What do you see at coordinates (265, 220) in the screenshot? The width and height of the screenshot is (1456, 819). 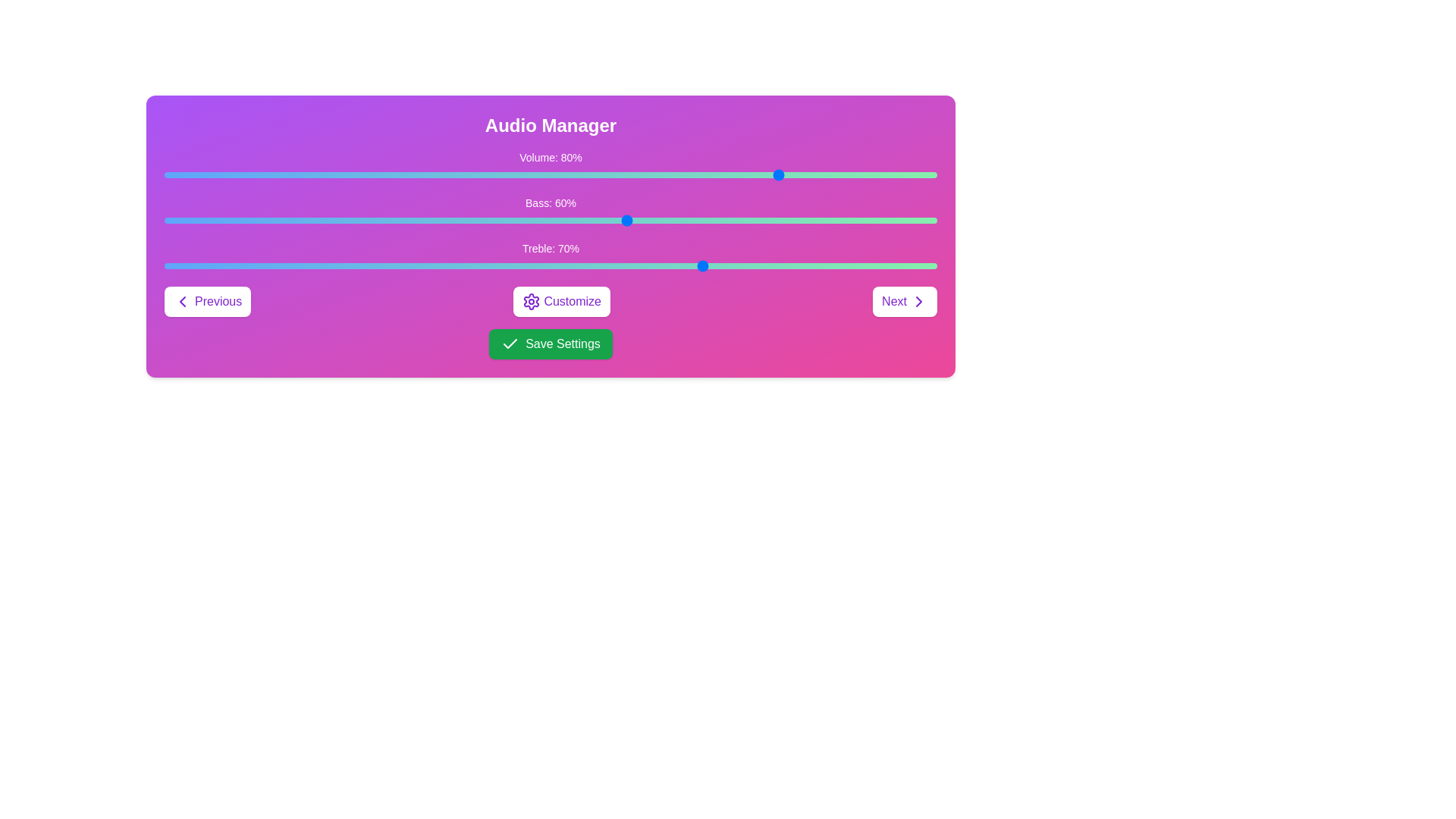 I see `bass level` at bounding box center [265, 220].